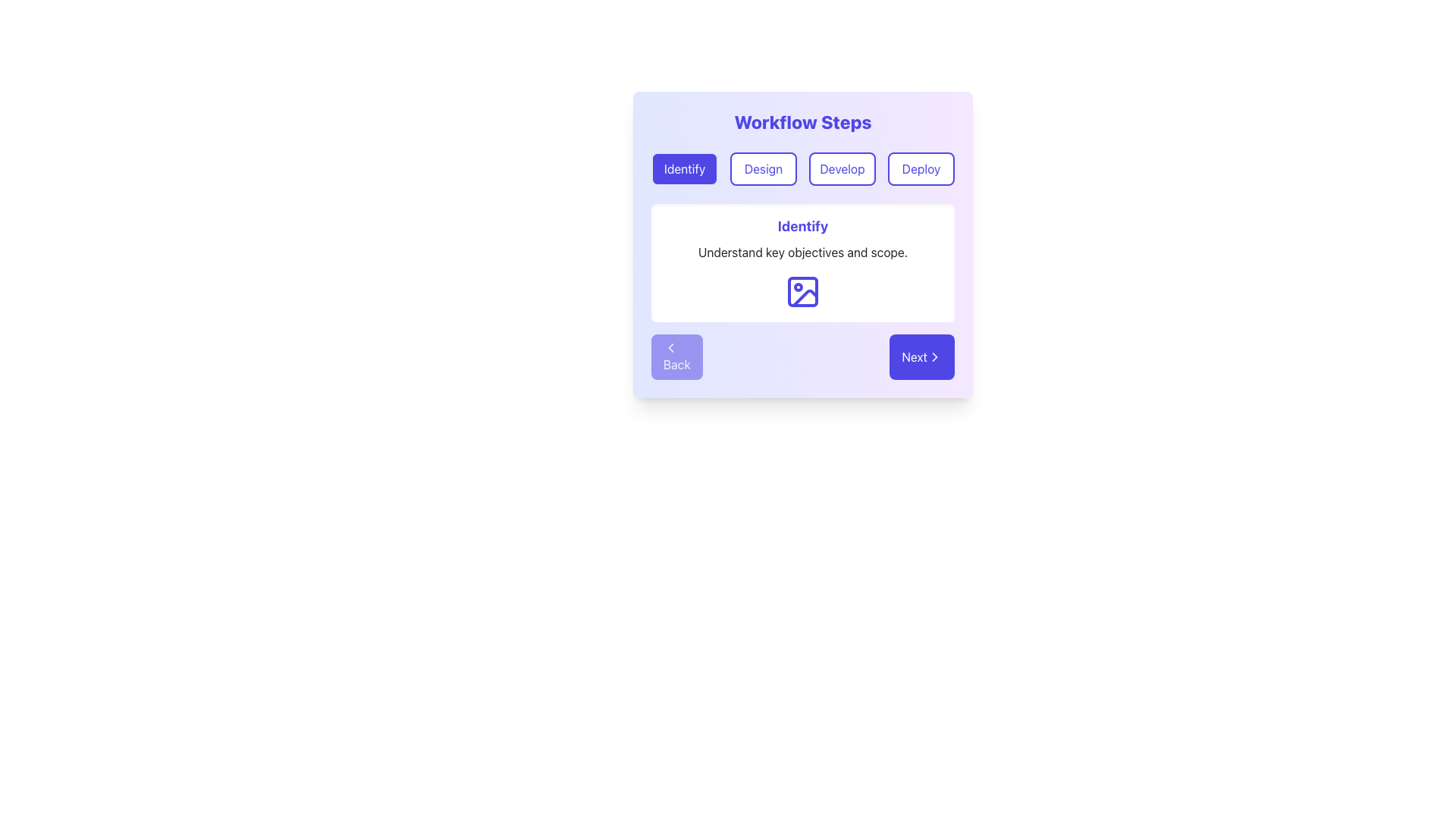  What do you see at coordinates (802, 262) in the screenshot?
I see `the Informative Card located centrally beneath the 'Identify' button and above the 'Back' button in the workflow process` at bounding box center [802, 262].